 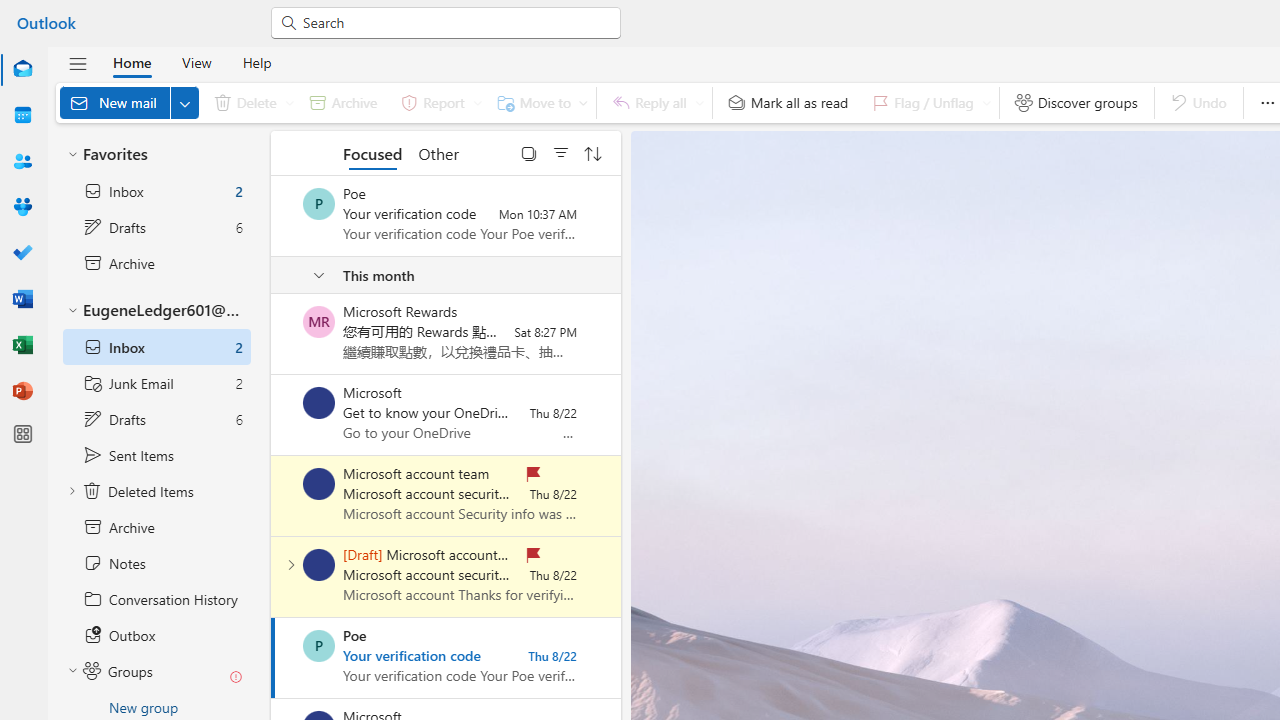 I want to click on 'Calendar', so click(x=23, y=115).